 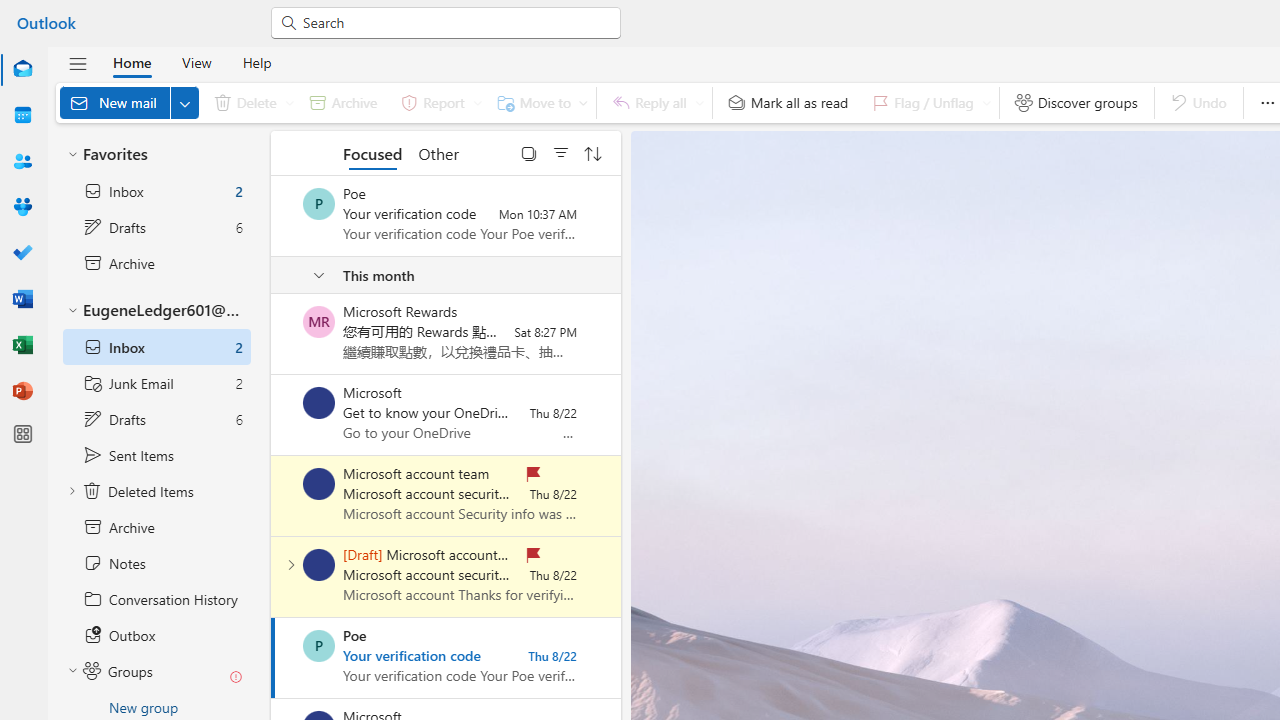 I want to click on 'Calendar', so click(x=23, y=115).